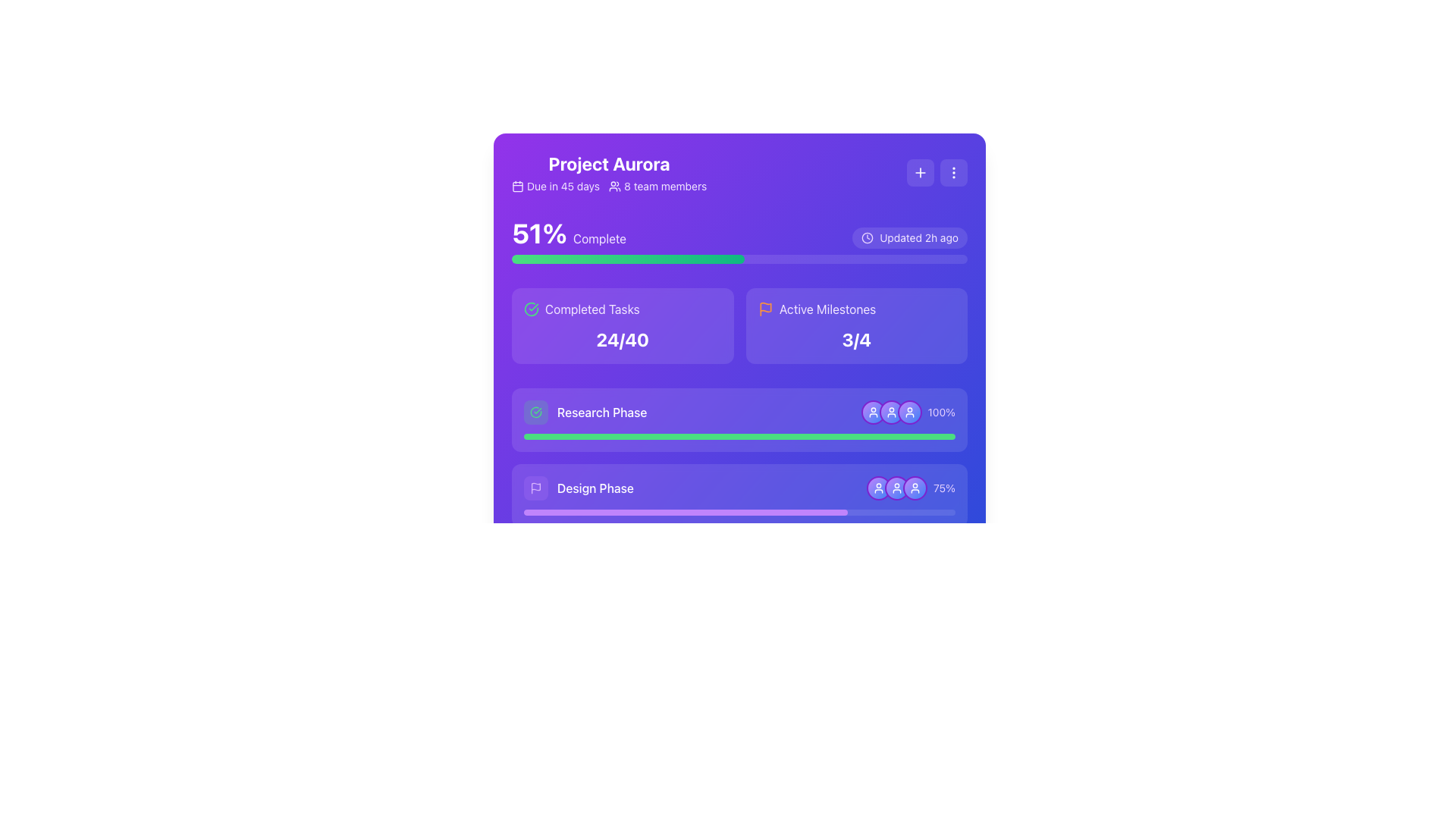 This screenshot has width=1456, height=819. What do you see at coordinates (920, 171) in the screenshot?
I see `the button in the top-right corner of the purple card` at bounding box center [920, 171].